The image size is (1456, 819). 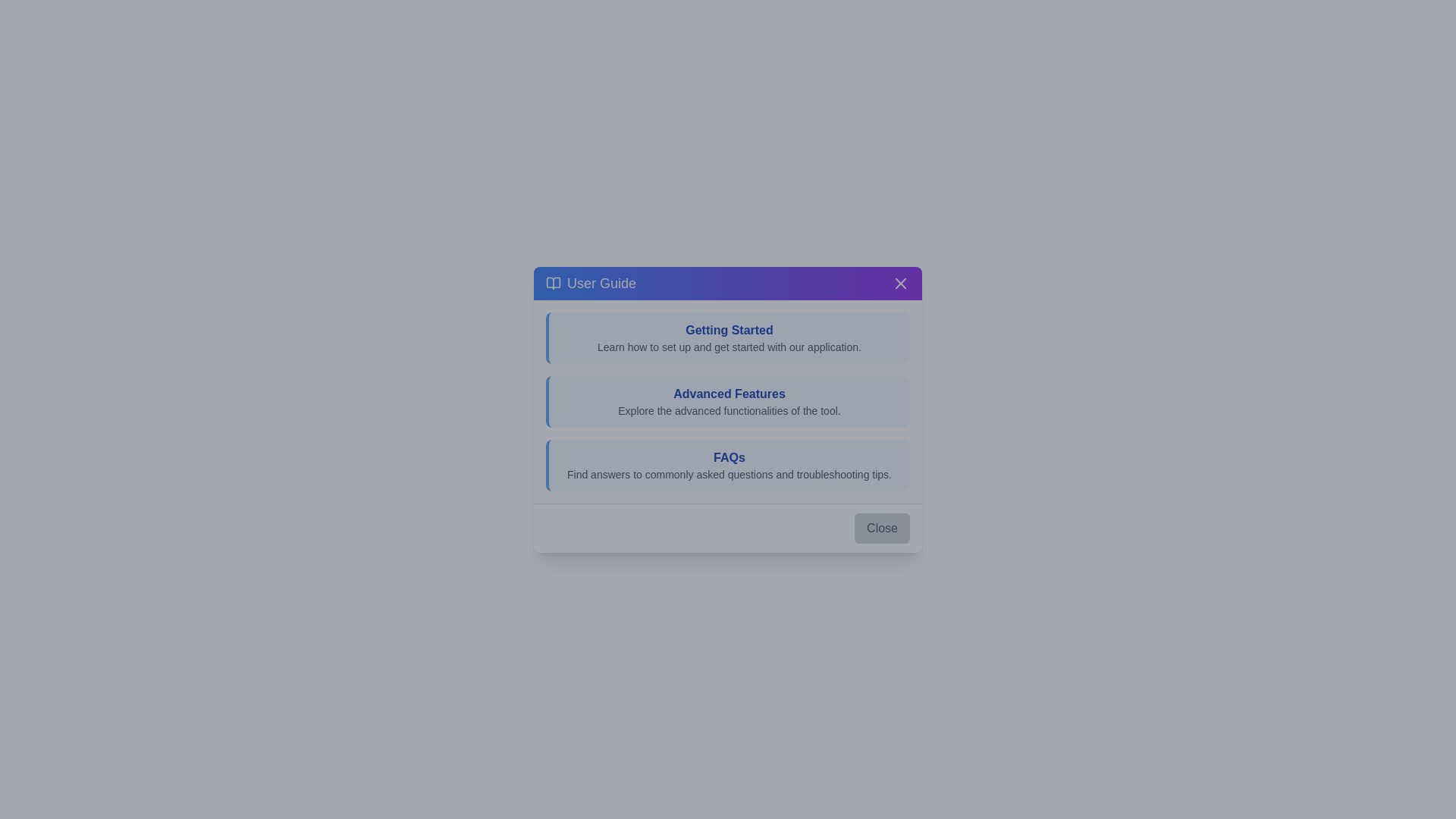 What do you see at coordinates (590, 283) in the screenshot?
I see `the Text Label with Icon that serves as the title for the dialog or modal section, located in the top-left corner of the header` at bounding box center [590, 283].